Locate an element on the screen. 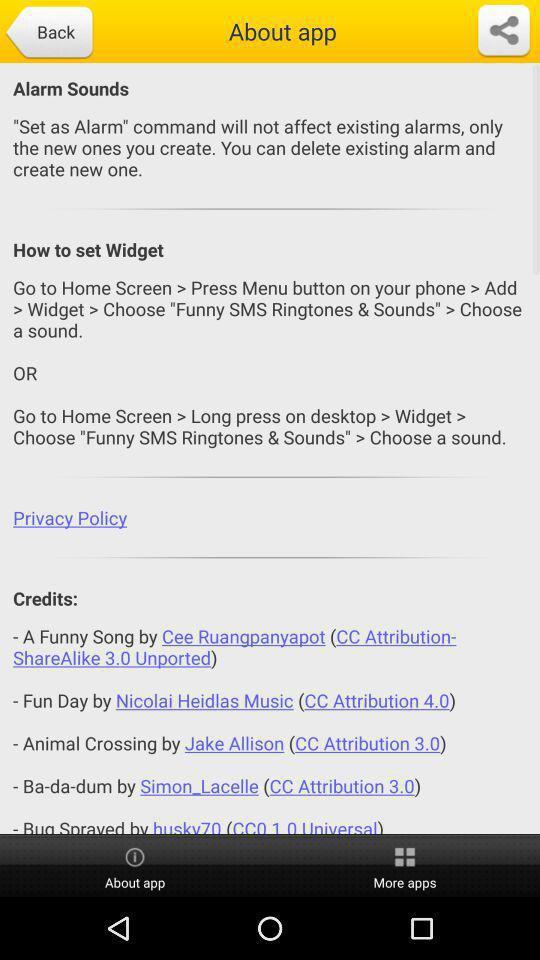 This screenshot has width=540, height=960. icon below the a funny song icon is located at coordinates (405, 865).